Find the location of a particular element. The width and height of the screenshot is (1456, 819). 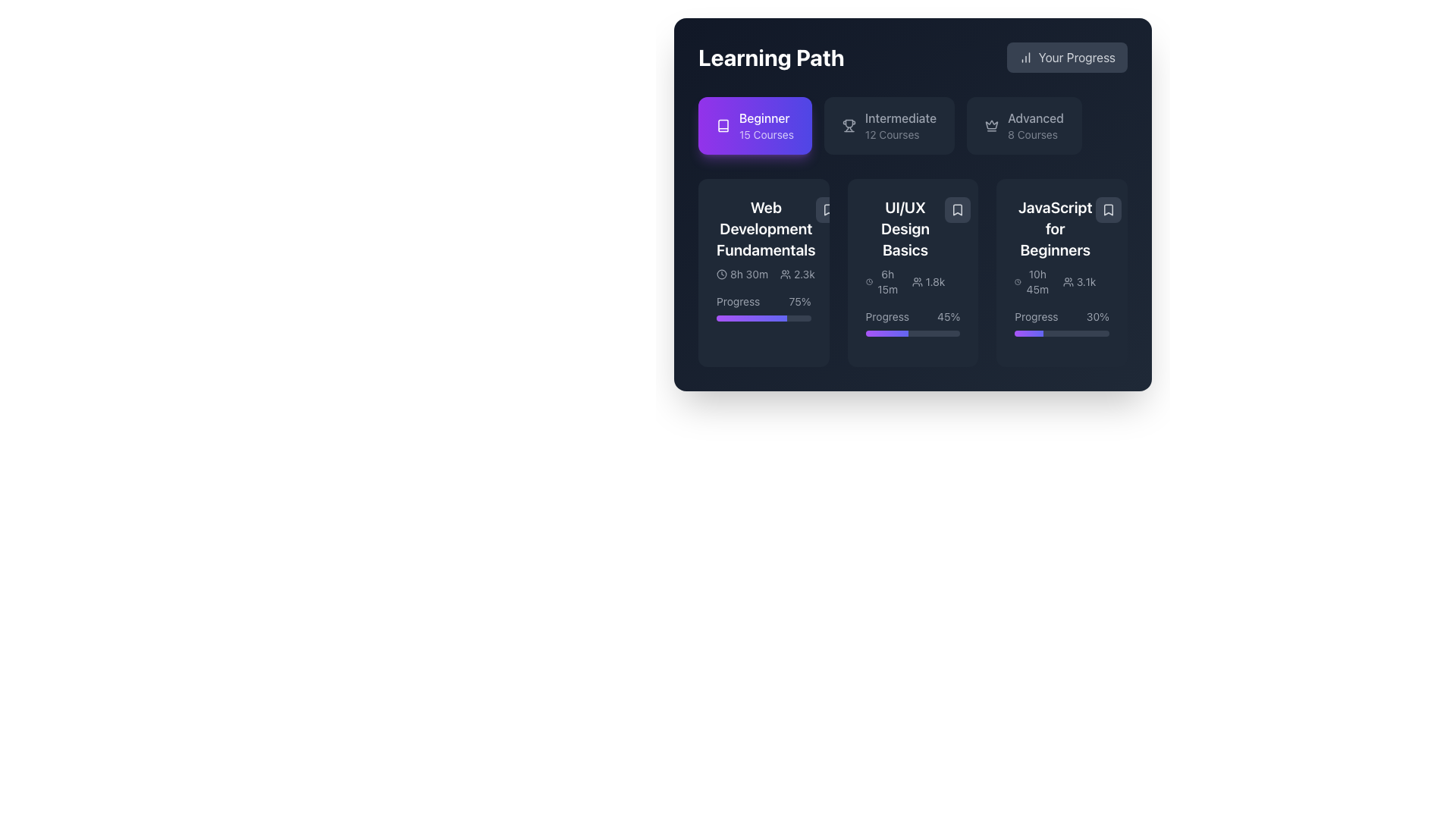

the horizontal progress bar located in the 'JavaScript for Beginners' section, which shows 30% completion and is directly under the text 'Progress 30%' is located at coordinates (1061, 332).